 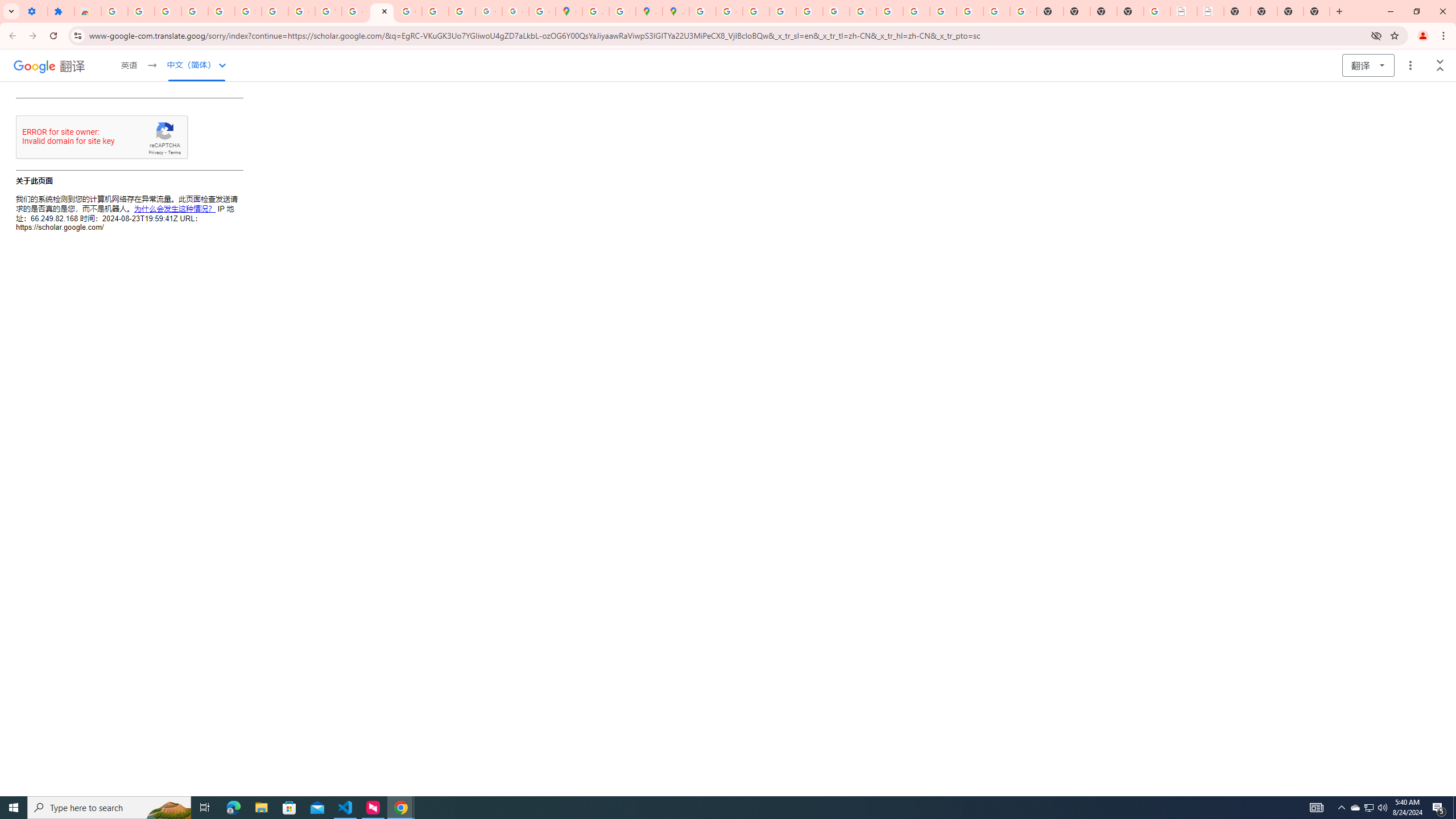 I want to click on 'Google Images', so click(x=1023, y=11).